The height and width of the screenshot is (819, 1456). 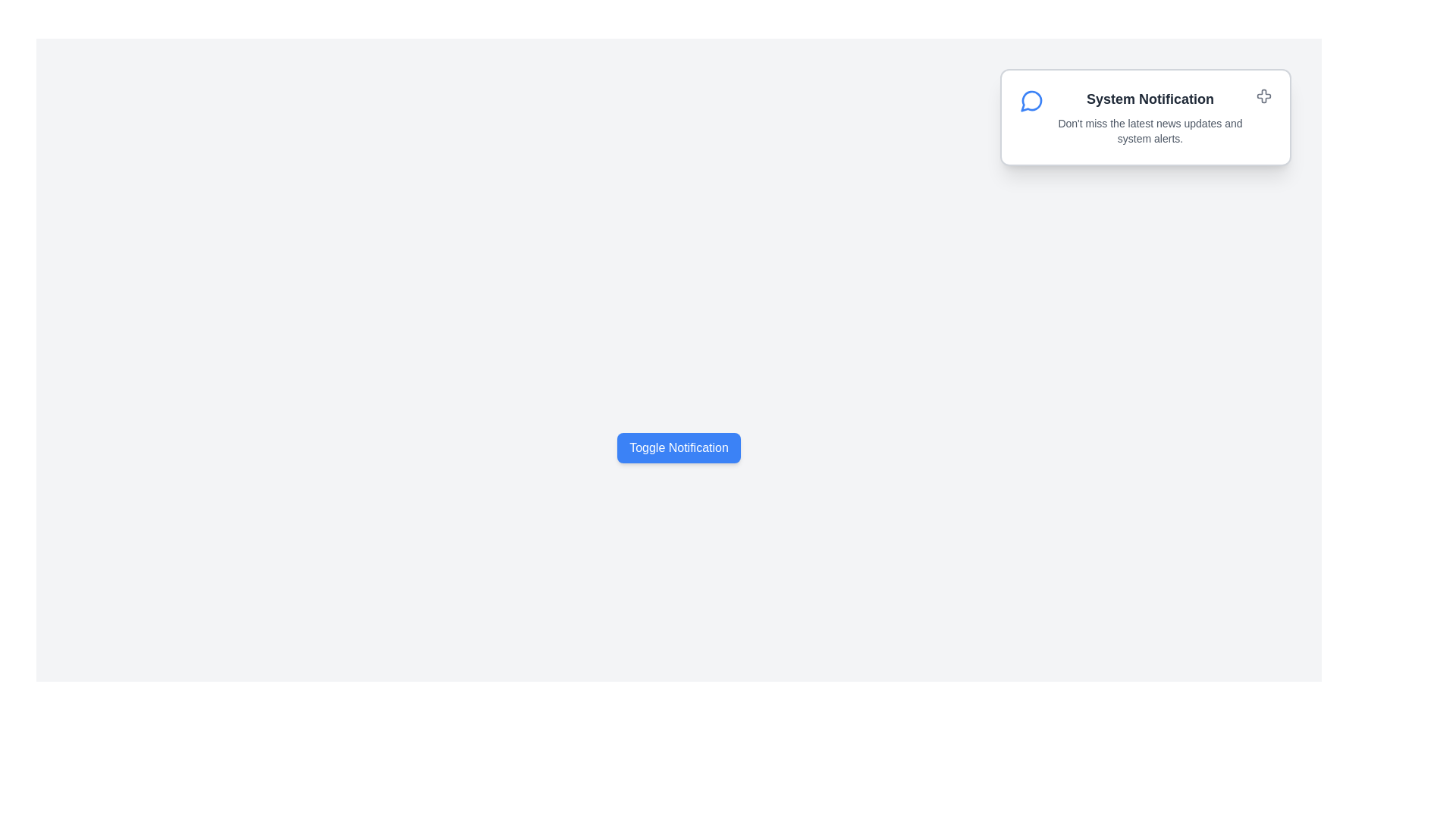 I want to click on message displayed in the Text Label element that says 'Don't miss the latest news updates and system alerts', which is styled with smaller, light gray text and positioned beneath the bold title 'System Notification', so click(x=1150, y=130).